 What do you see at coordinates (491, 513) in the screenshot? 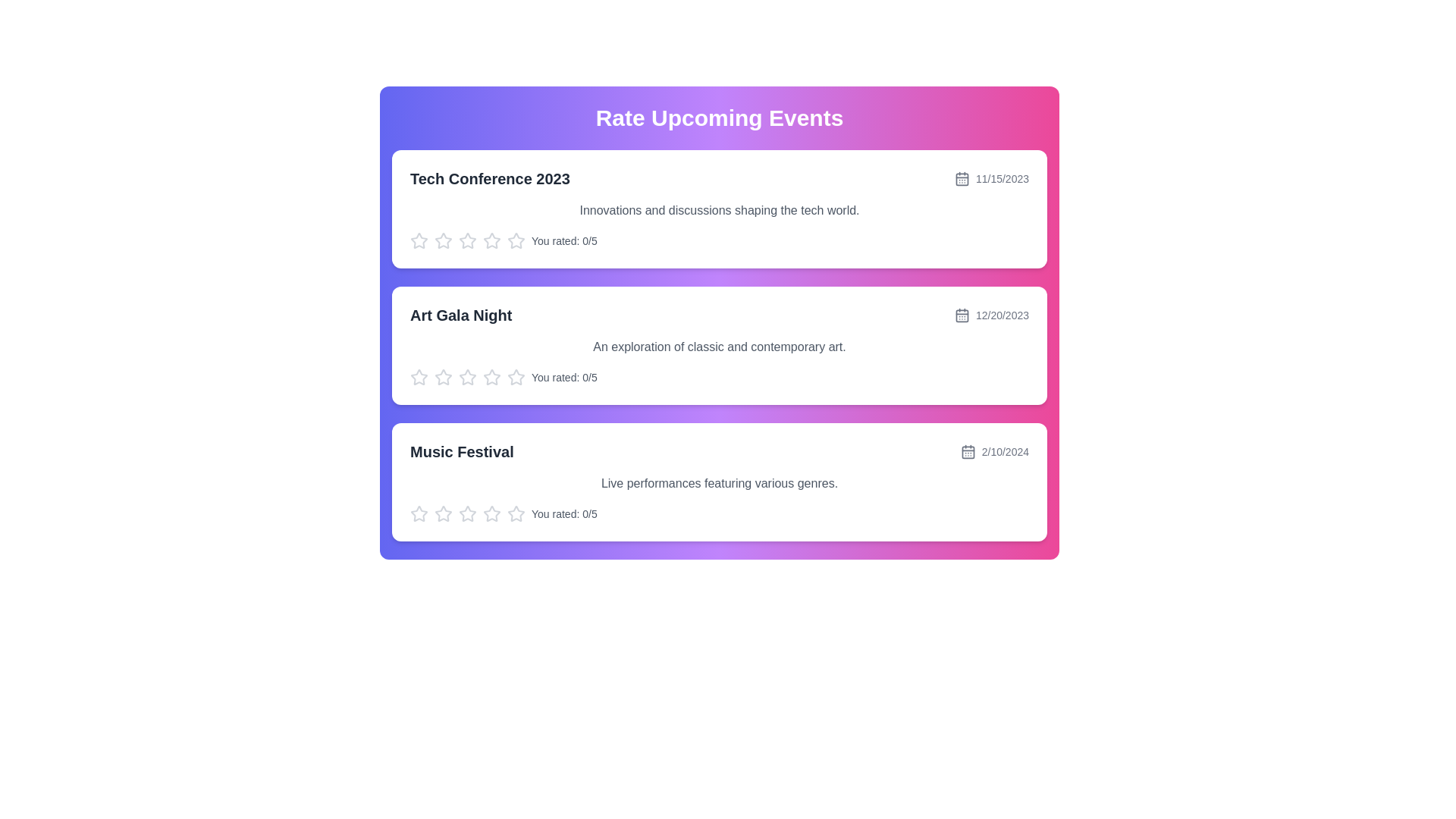
I see `the second rating star icon for the 'Music Festival' event` at bounding box center [491, 513].